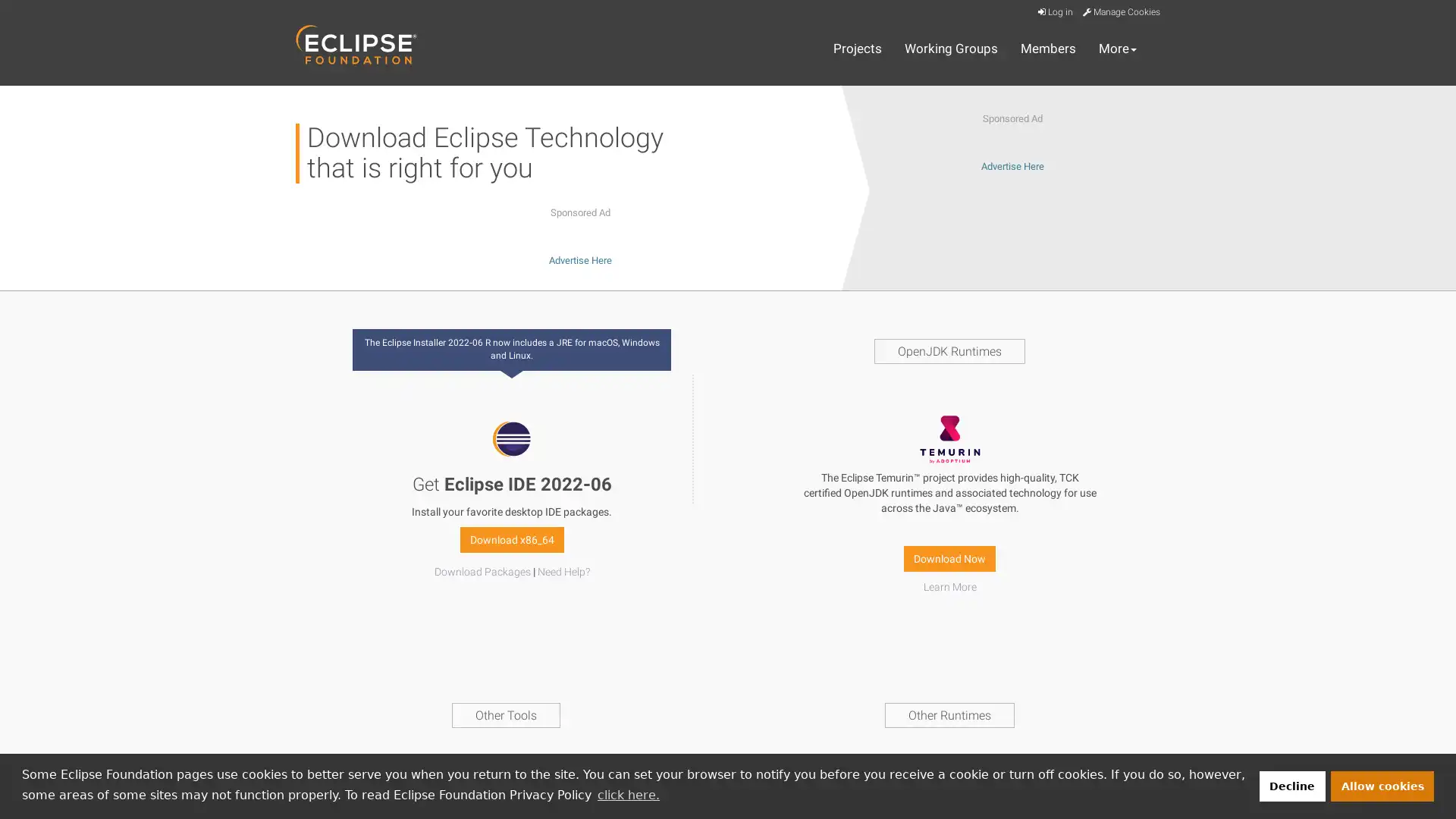 The height and width of the screenshot is (819, 1456). Describe the element at coordinates (628, 794) in the screenshot. I see `learn more about cookies` at that location.